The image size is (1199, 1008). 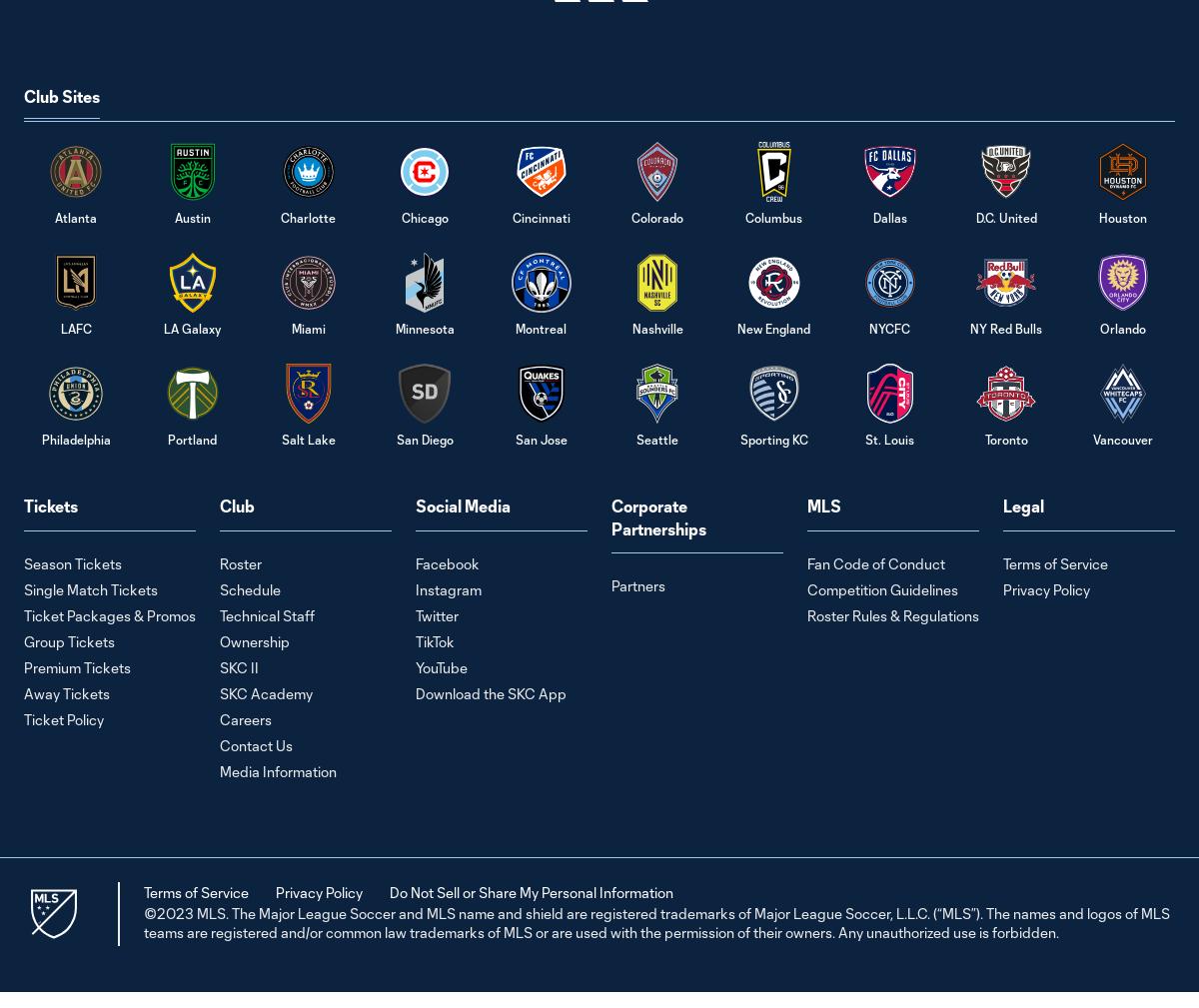 I want to click on 'Single Match Tickets', so click(x=90, y=588).